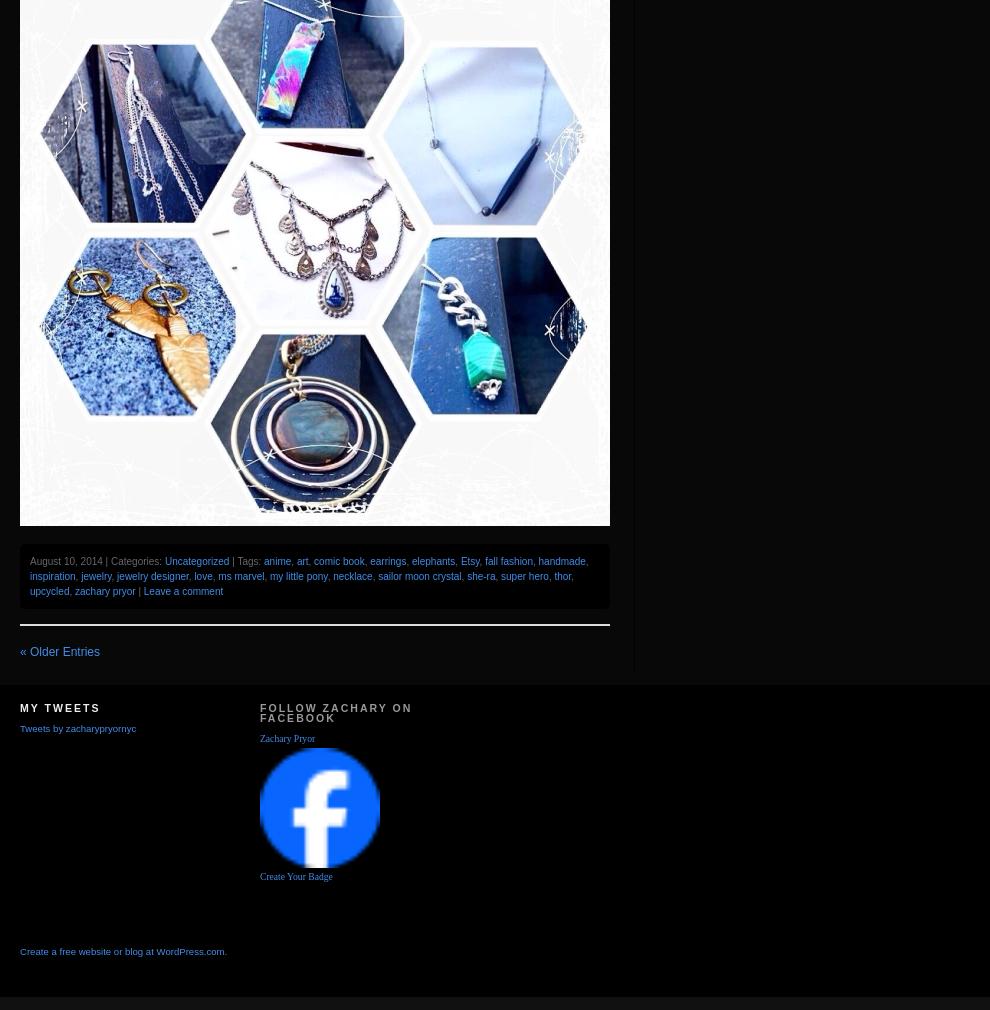 The width and height of the screenshot is (990, 1010). Describe the element at coordinates (164, 560) in the screenshot. I see `'Uncategorized'` at that location.